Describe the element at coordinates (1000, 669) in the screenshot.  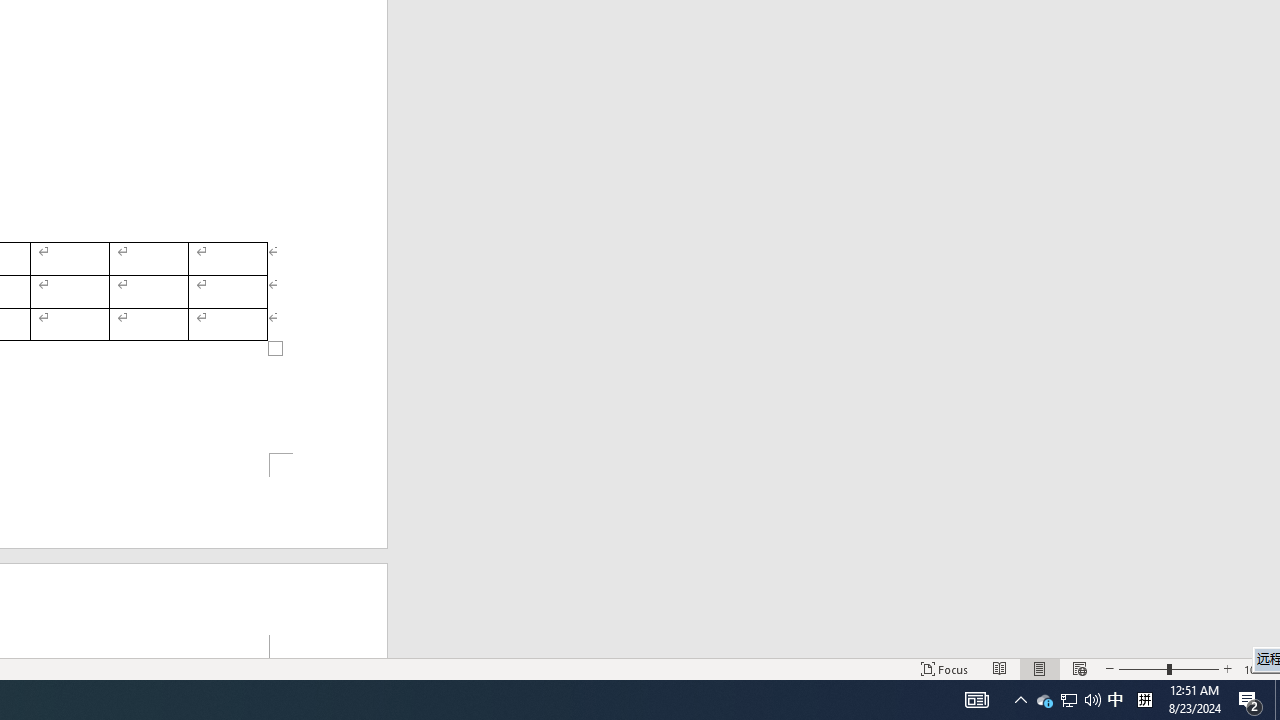
I see `'Read Mode'` at that location.